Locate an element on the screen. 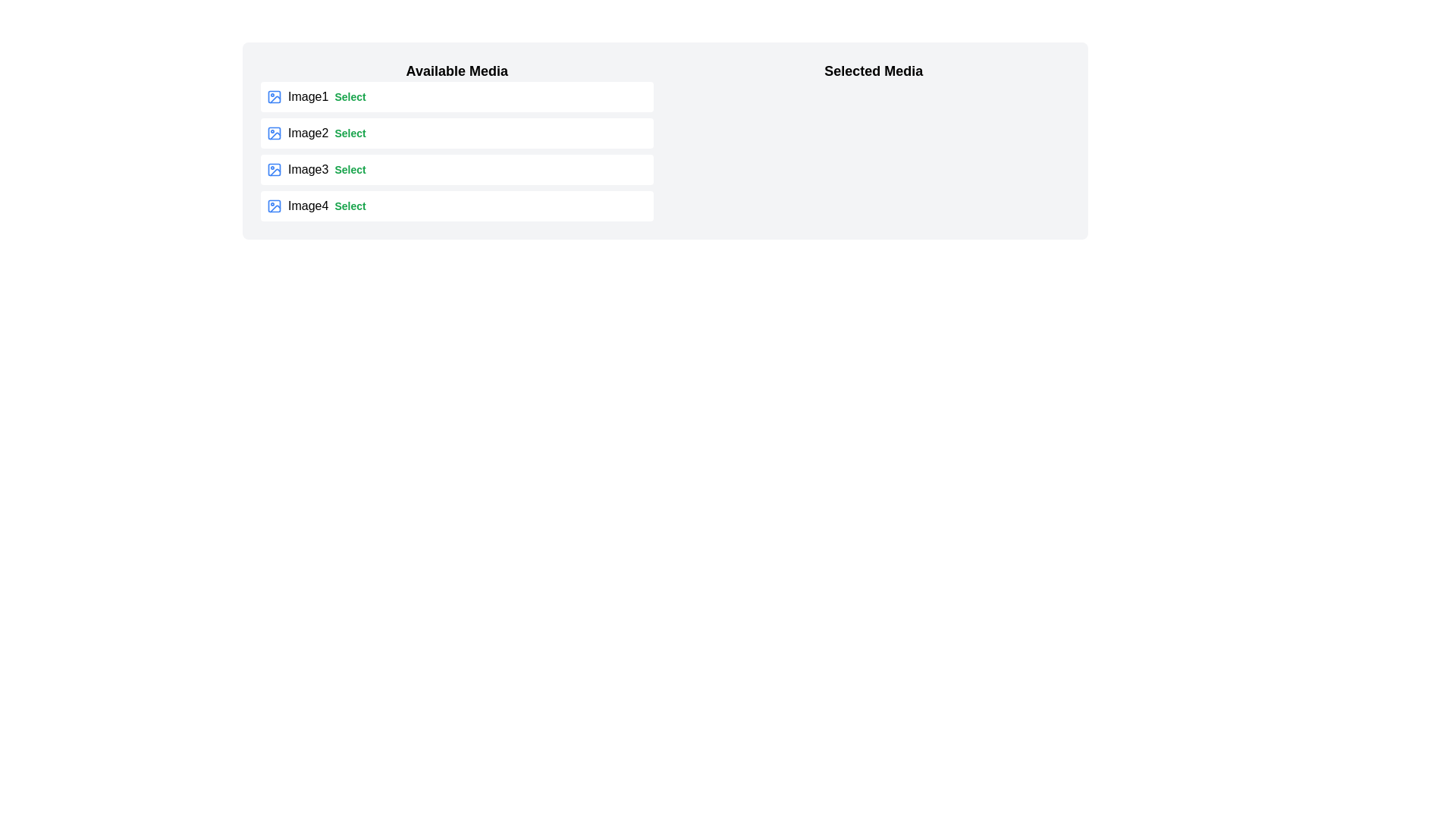 Image resolution: width=1456 pixels, height=819 pixels. the 'Selected Media' Text Label located in the upper-right section of the interface, which serves as a header for related content is located at coordinates (874, 71).